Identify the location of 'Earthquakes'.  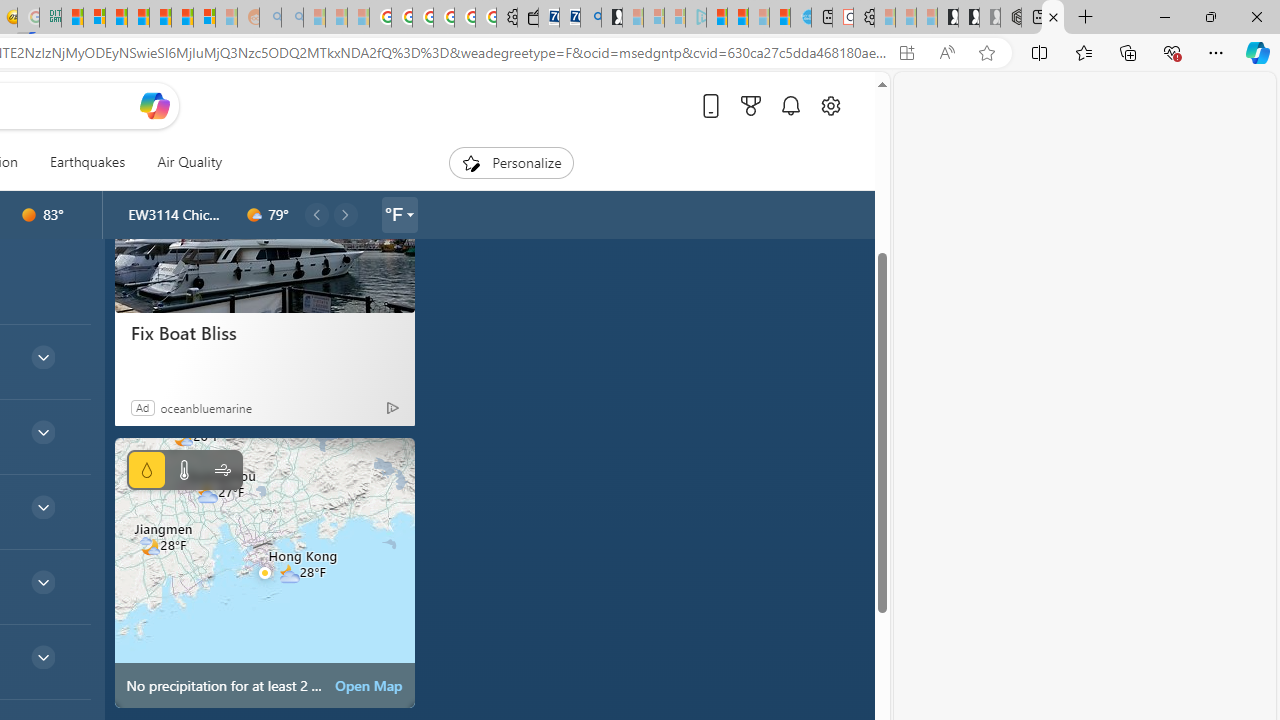
(86, 162).